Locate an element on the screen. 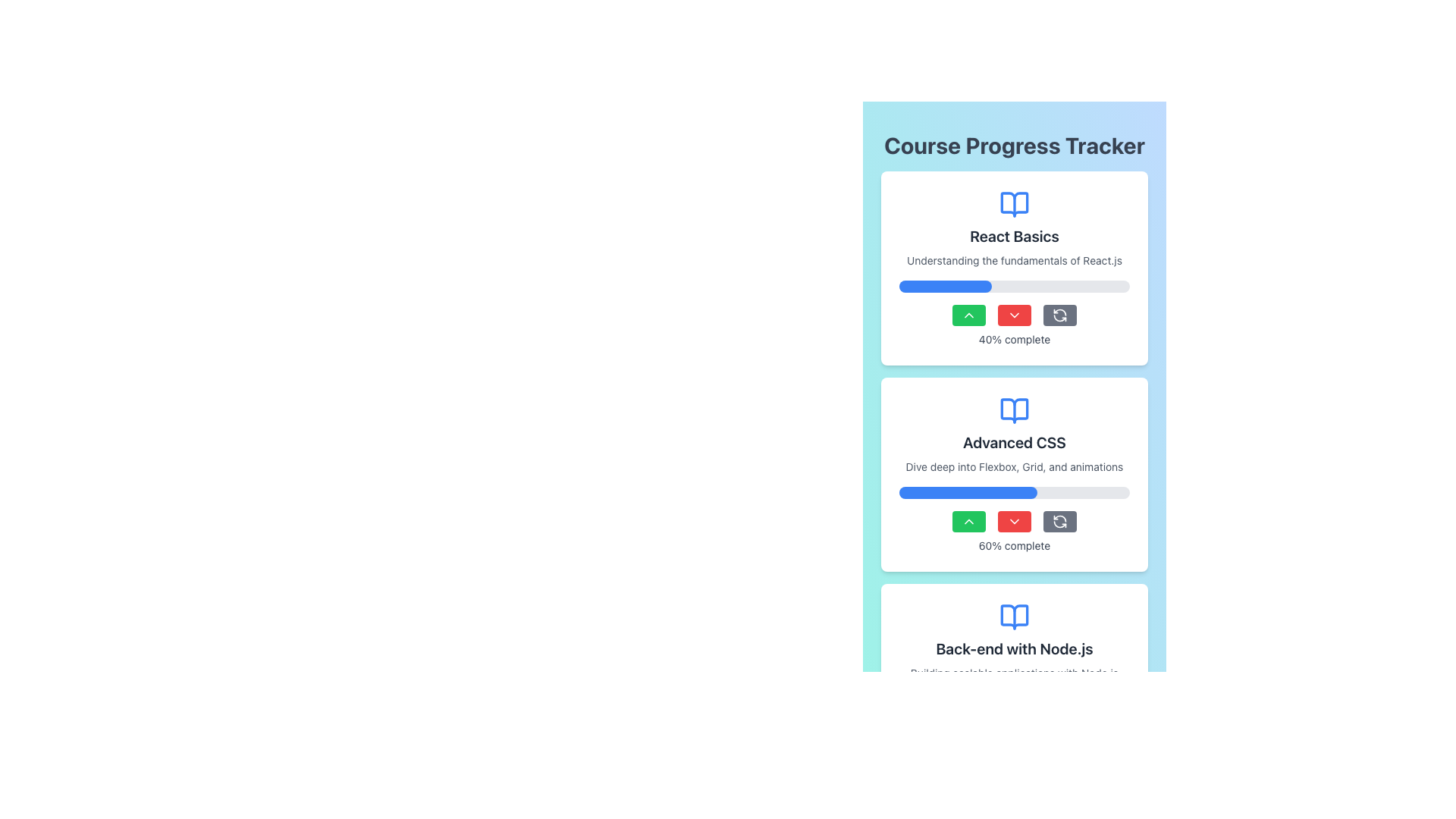 The width and height of the screenshot is (1456, 819). the book icon representing the 'Back-end with Node.js' course, located at the top-center of the card is located at coordinates (1015, 617).